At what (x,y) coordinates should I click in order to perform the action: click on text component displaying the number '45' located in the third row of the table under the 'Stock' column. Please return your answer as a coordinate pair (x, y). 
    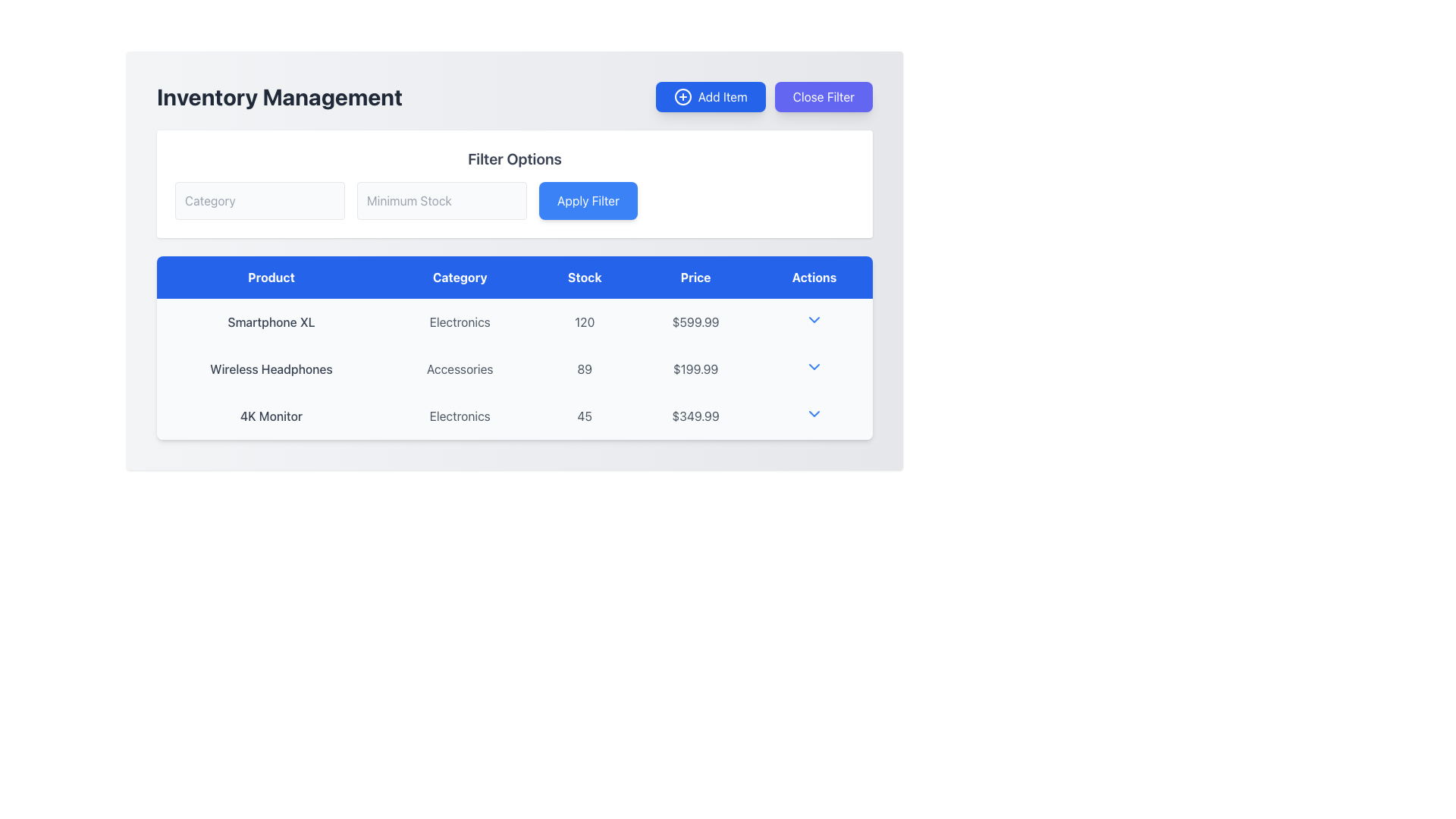
    Looking at the image, I should click on (584, 416).